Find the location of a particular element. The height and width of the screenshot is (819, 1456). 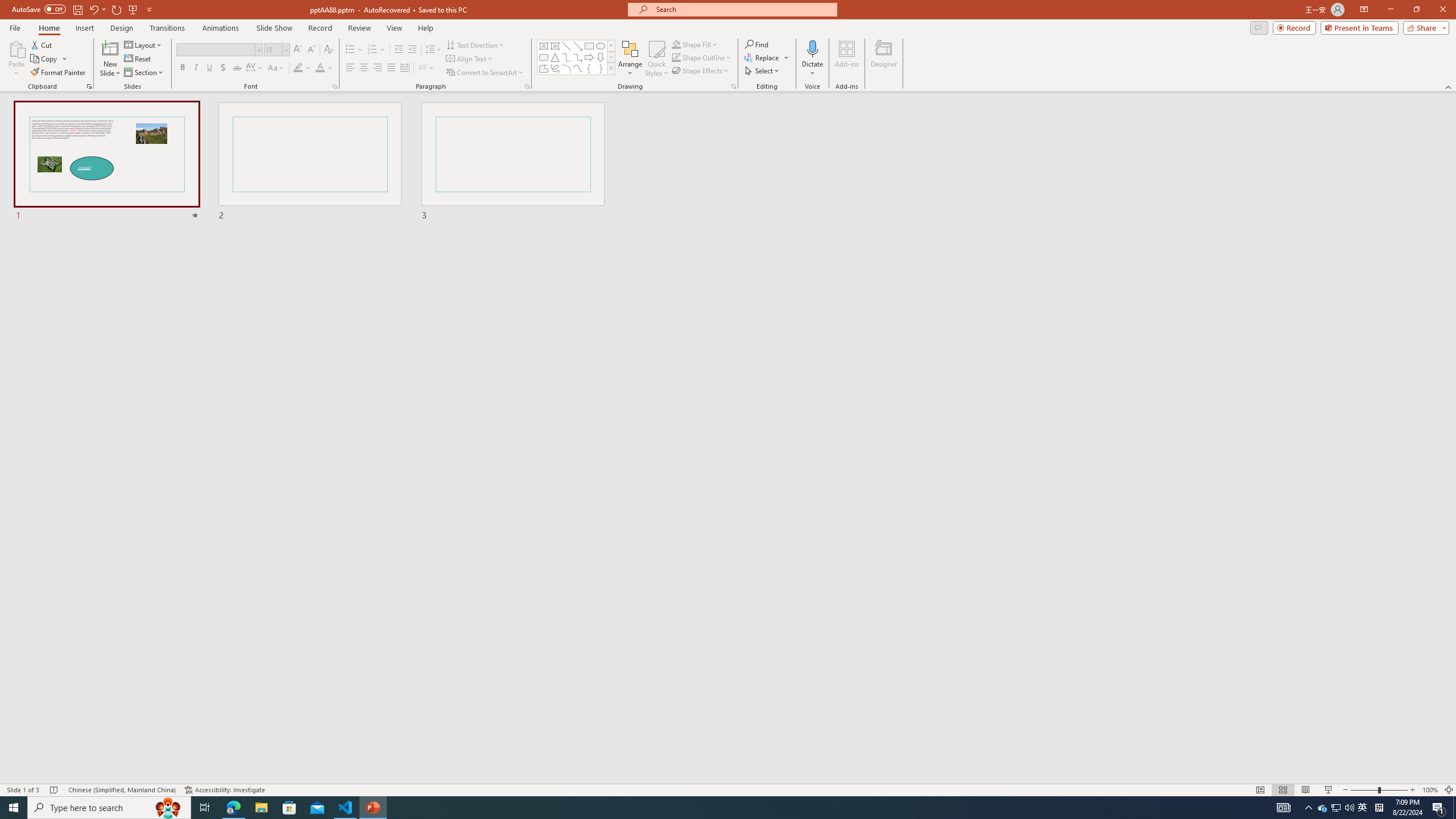

'Shape Outline' is located at coordinates (701, 56).